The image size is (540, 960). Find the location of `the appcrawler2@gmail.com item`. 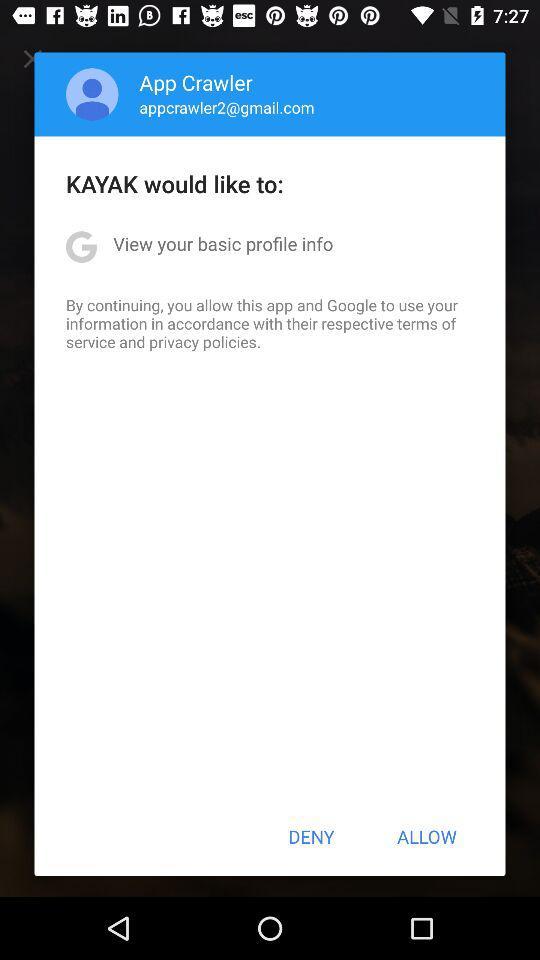

the appcrawler2@gmail.com item is located at coordinates (226, 107).